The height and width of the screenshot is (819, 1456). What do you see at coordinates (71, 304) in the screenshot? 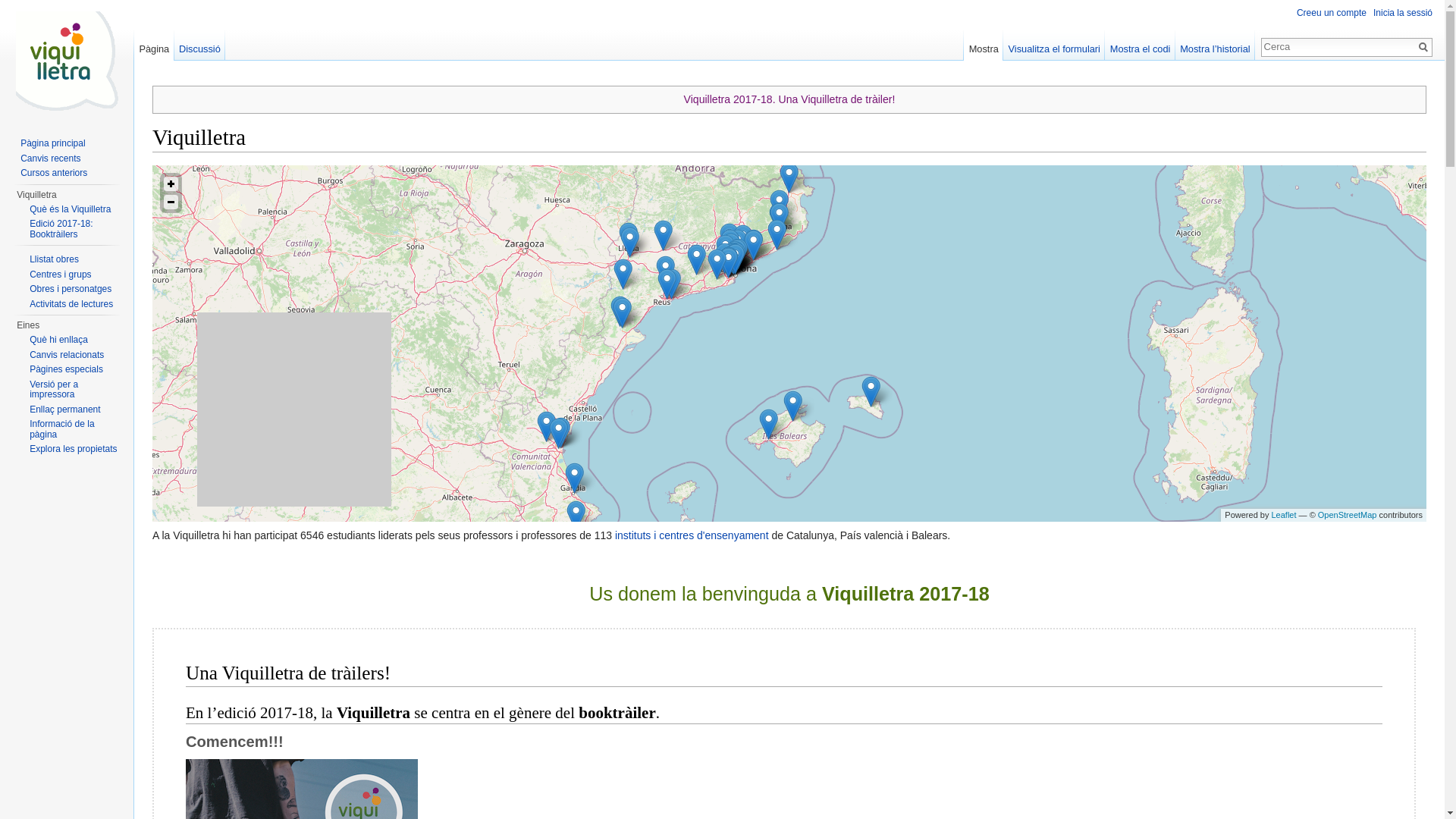
I see `'Activitats de lectures'` at bounding box center [71, 304].